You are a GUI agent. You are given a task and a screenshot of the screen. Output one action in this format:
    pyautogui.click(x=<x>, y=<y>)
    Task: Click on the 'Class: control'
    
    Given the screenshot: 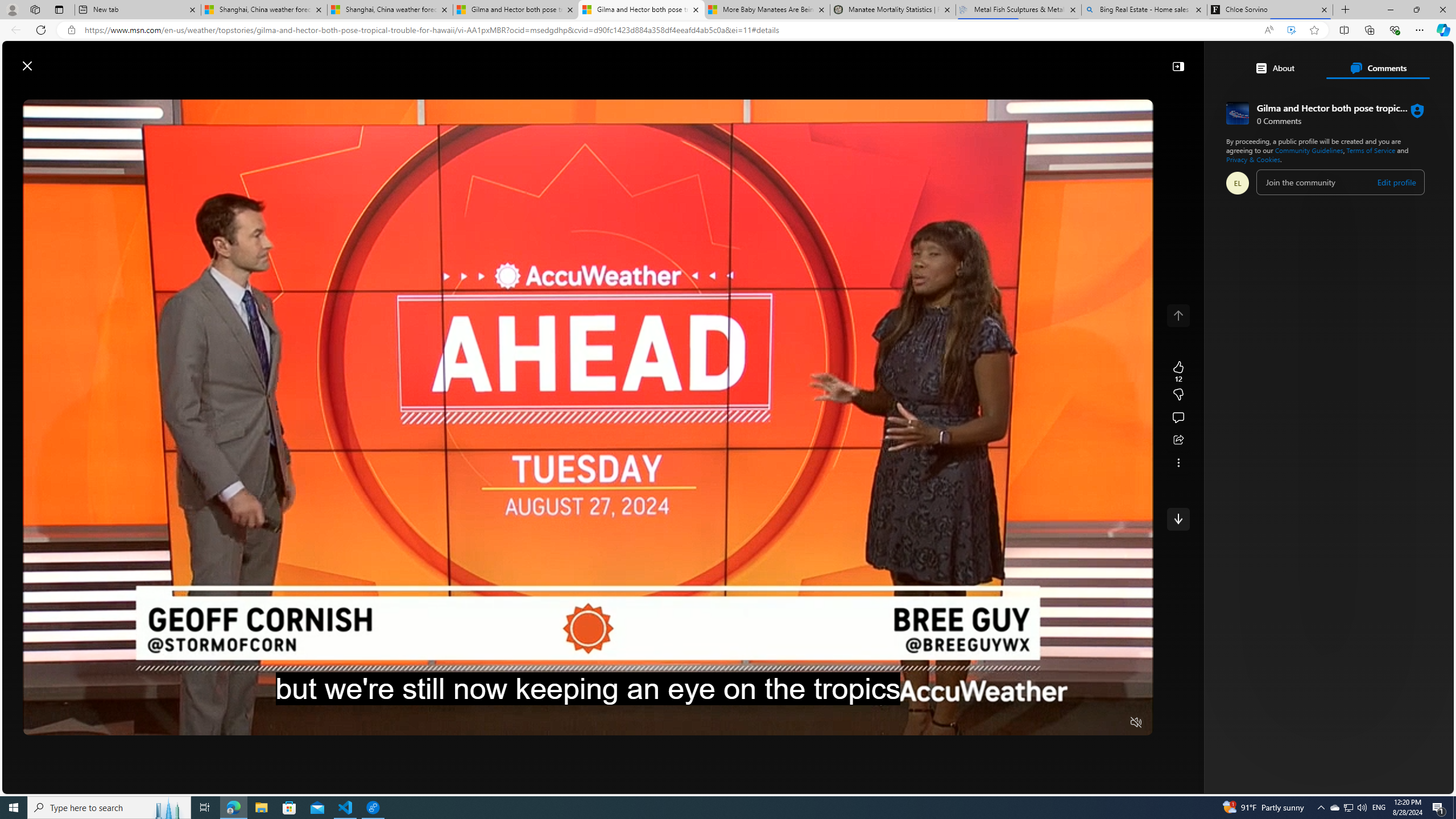 What is the action you would take?
    pyautogui.click(x=1178, y=518)
    